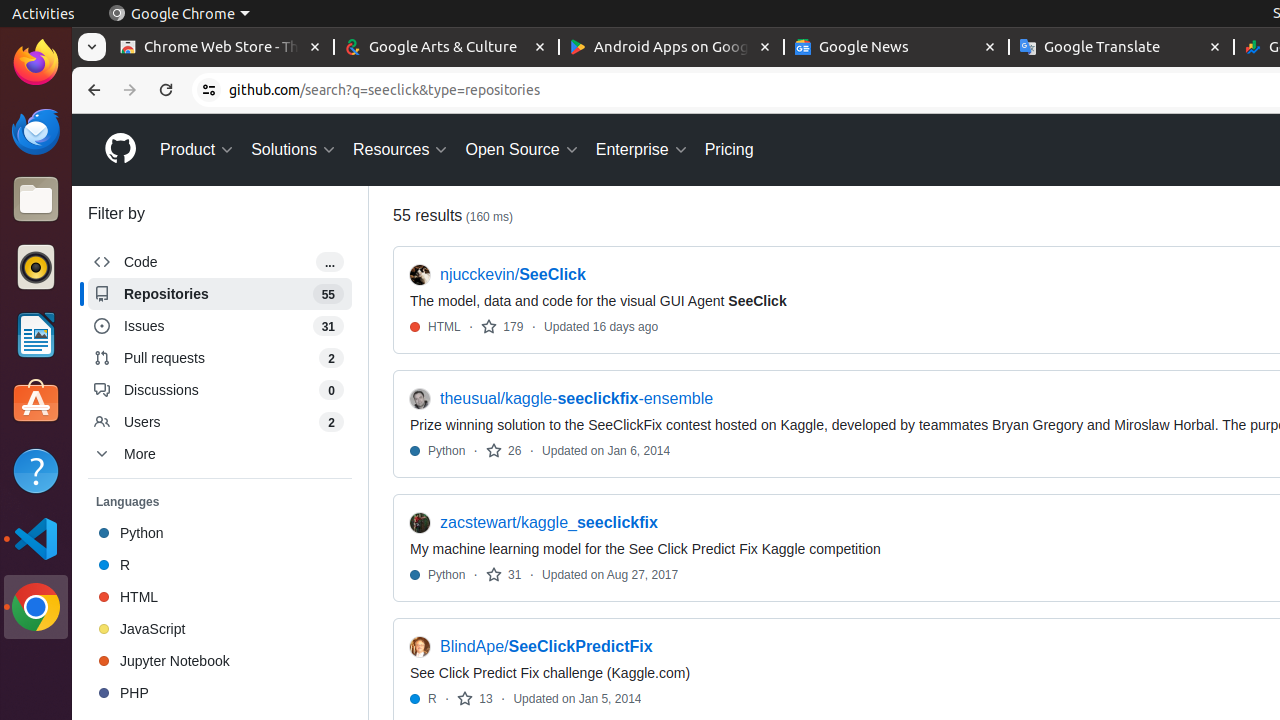 The height and width of the screenshot is (720, 1280). I want to click on 'Thunderbird Mail', so click(35, 130).